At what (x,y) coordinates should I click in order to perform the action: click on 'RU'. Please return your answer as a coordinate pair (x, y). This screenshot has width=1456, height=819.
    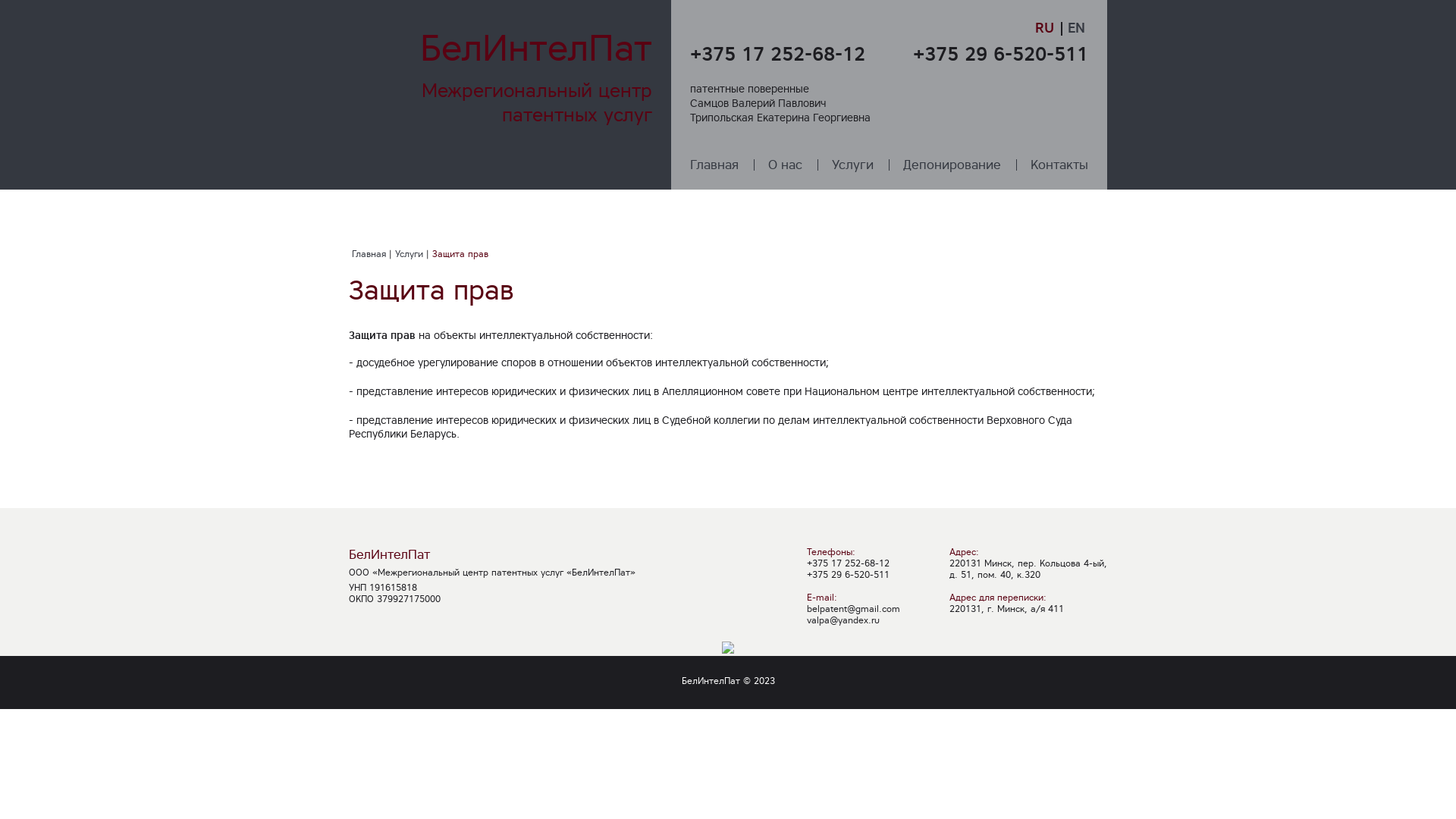
    Looking at the image, I should click on (1046, 27).